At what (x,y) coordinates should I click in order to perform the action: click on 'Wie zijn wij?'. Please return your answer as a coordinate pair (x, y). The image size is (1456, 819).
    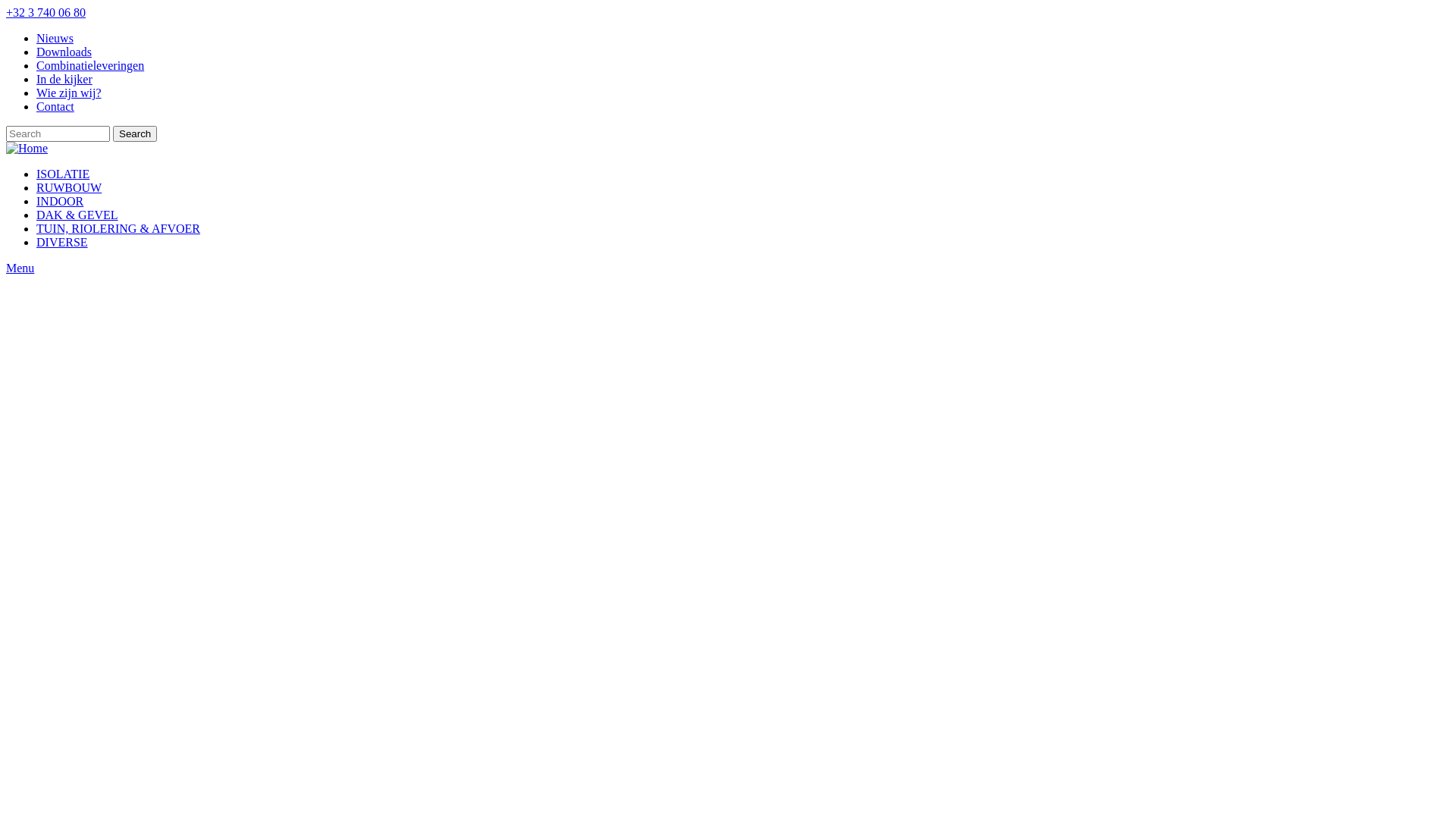
    Looking at the image, I should click on (68, 93).